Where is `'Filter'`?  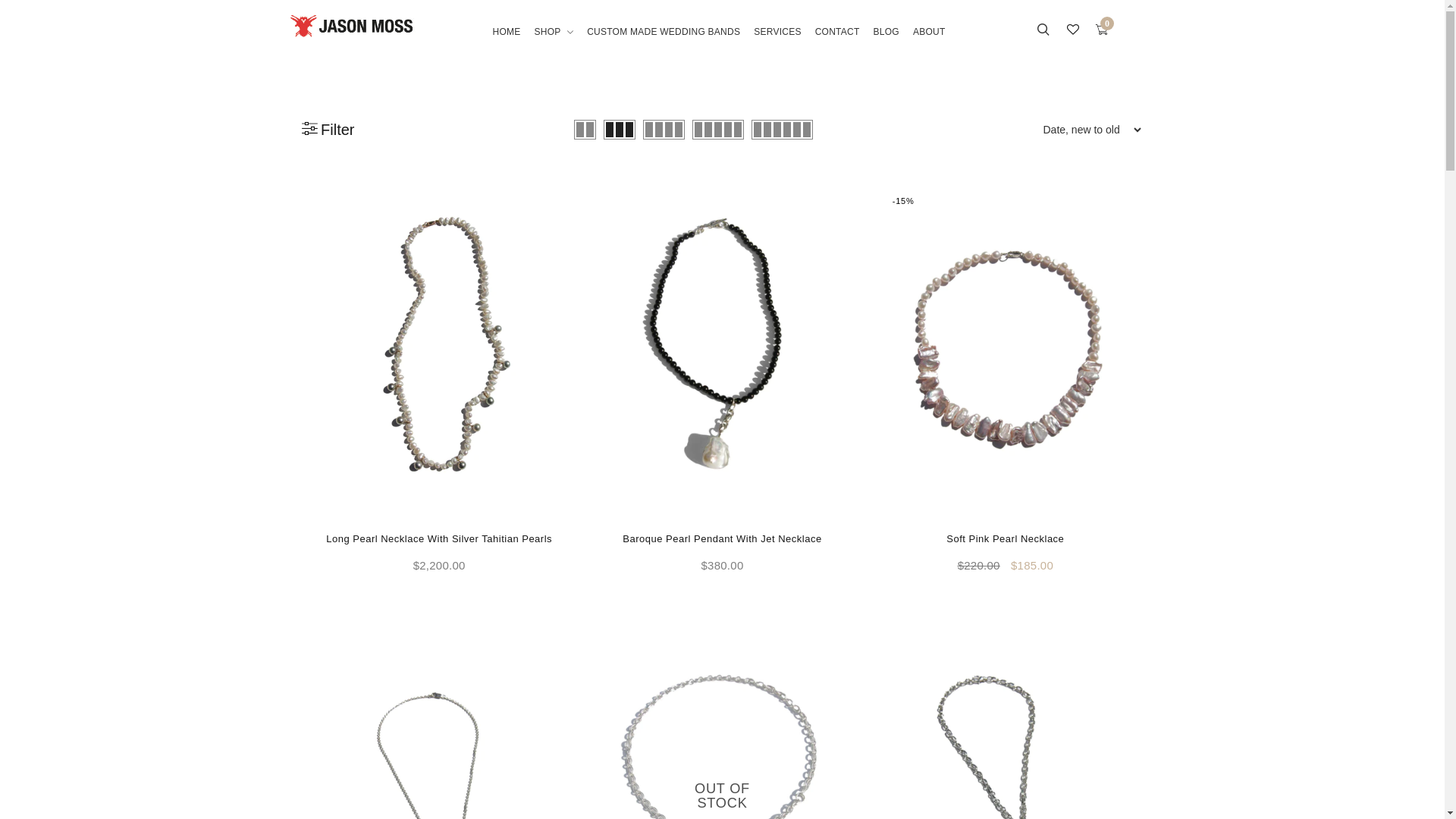 'Filter' is located at coordinates (327, 128).